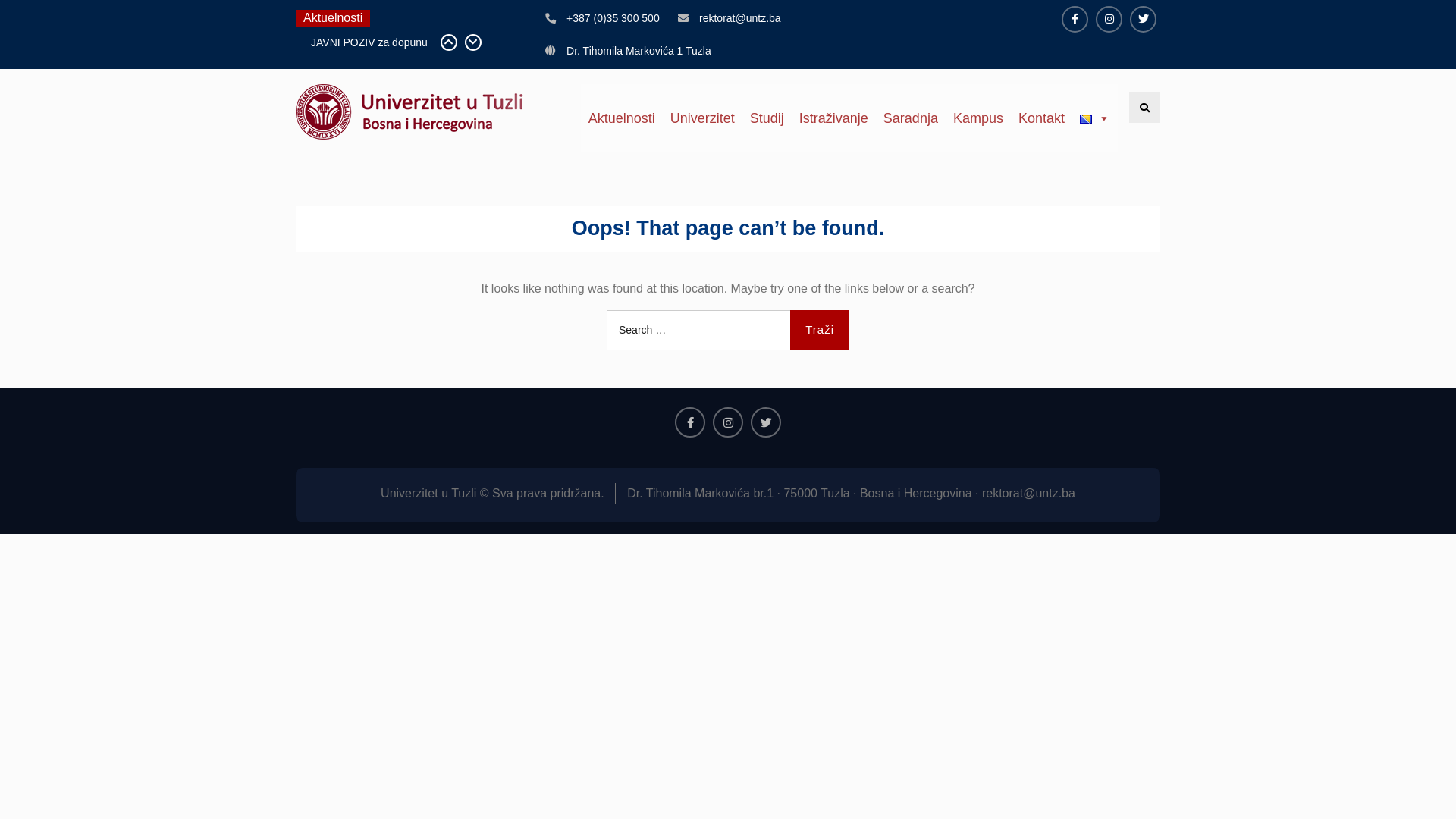 The image size is (1456, 819). What do you see at coordinates (728, 422) in the screenshot?
I see `'Instagram'` at bounding box center [728, 422].